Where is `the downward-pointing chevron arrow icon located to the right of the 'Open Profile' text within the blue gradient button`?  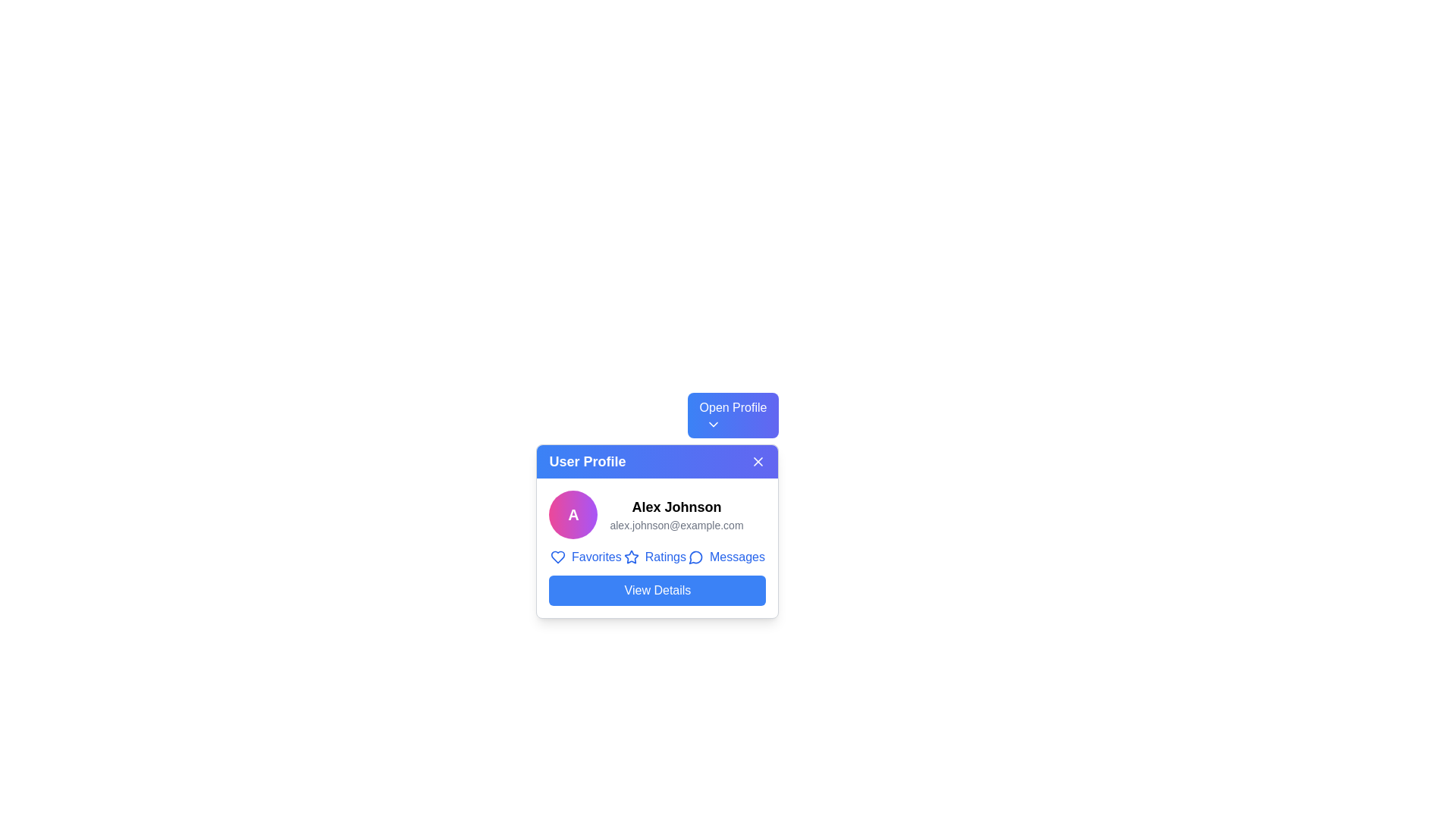
the downward-pointing chevron arrow icon located to the right of the 'Open Profile' text within the blue gradient button is located at coordinates (712, 424).